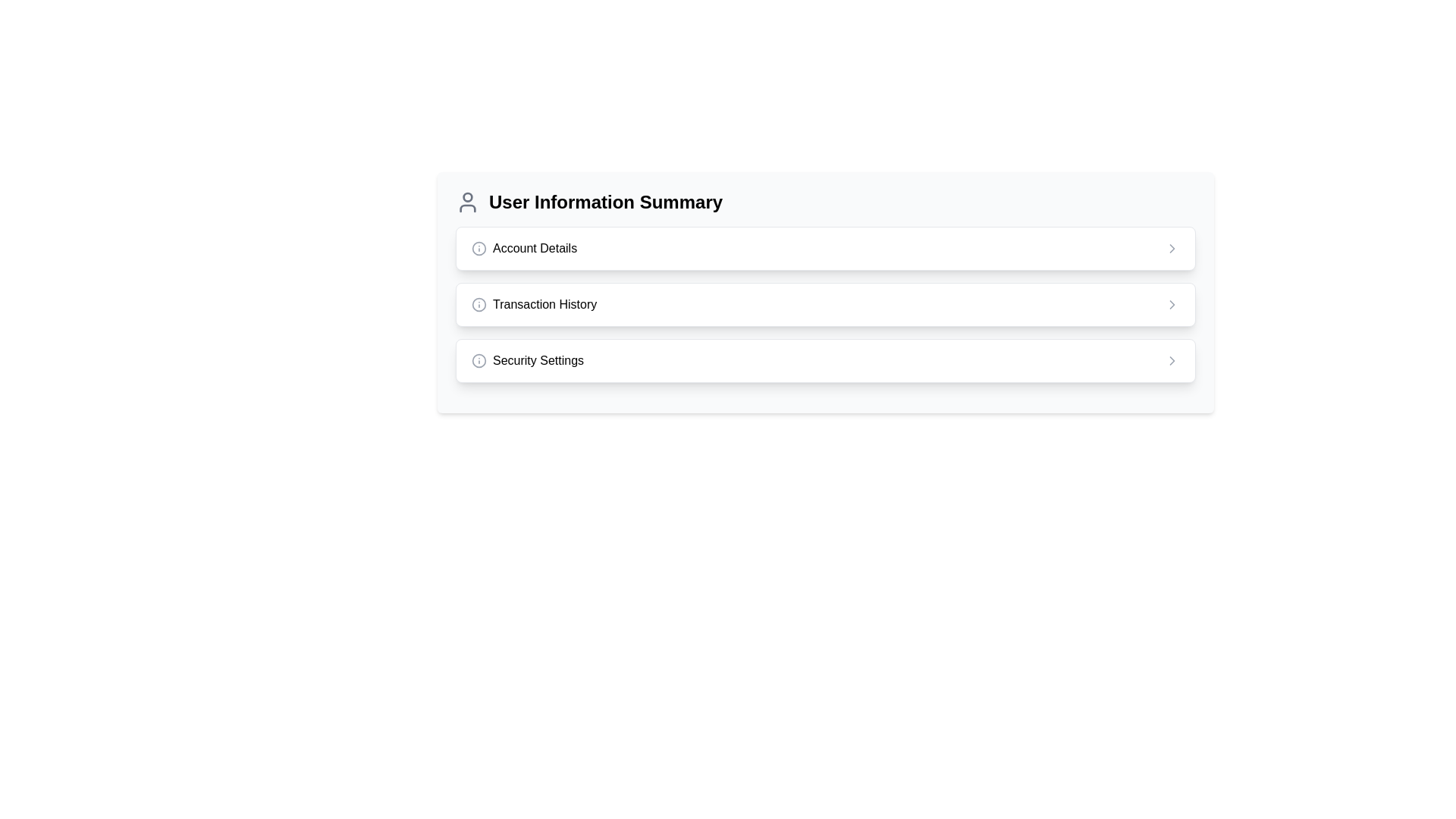  What do you see at coordinates (825, 360) in the screenshot?
I see `the third item in the vertically arranged list of settings options` at bounding box center [825, 360].